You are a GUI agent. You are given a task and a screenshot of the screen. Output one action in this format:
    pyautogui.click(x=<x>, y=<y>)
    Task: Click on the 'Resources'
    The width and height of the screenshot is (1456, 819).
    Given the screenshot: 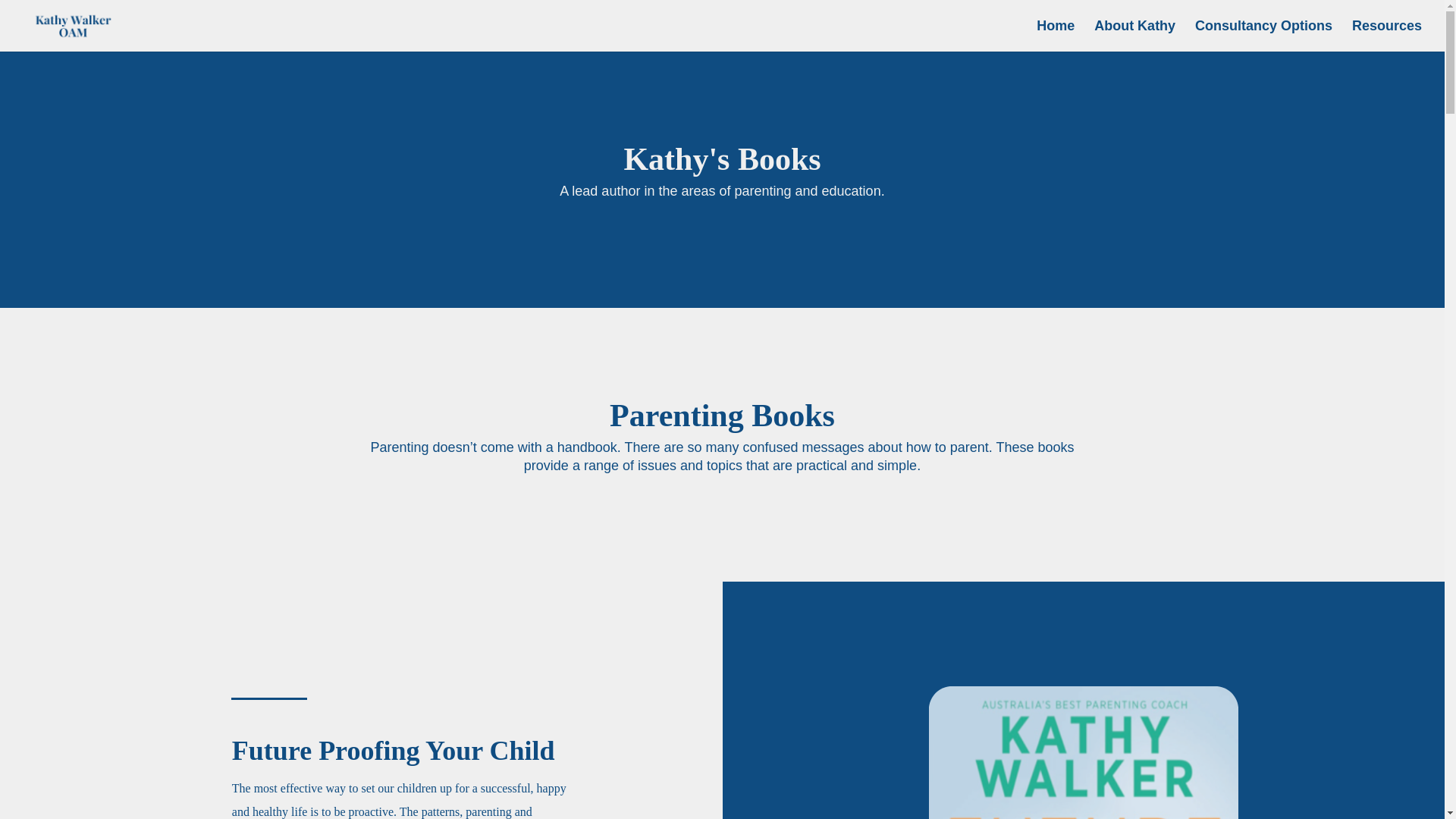 What is the action you would take?
    pyautogui.click(x=1351, y=35)
    